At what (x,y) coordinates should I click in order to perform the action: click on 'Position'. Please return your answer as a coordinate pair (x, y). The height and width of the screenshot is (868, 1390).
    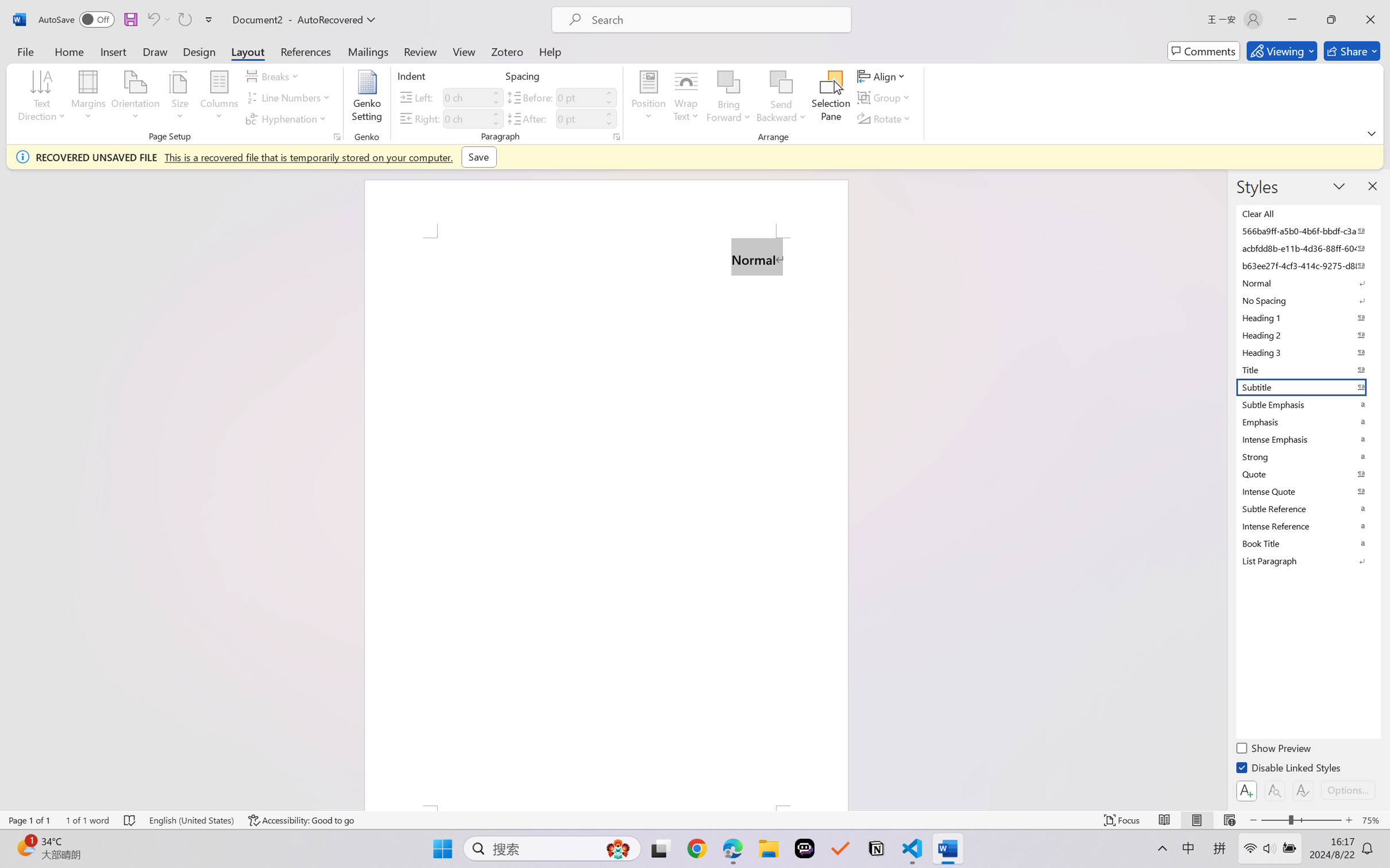
    Looking at the image, I should click on (648, 98).